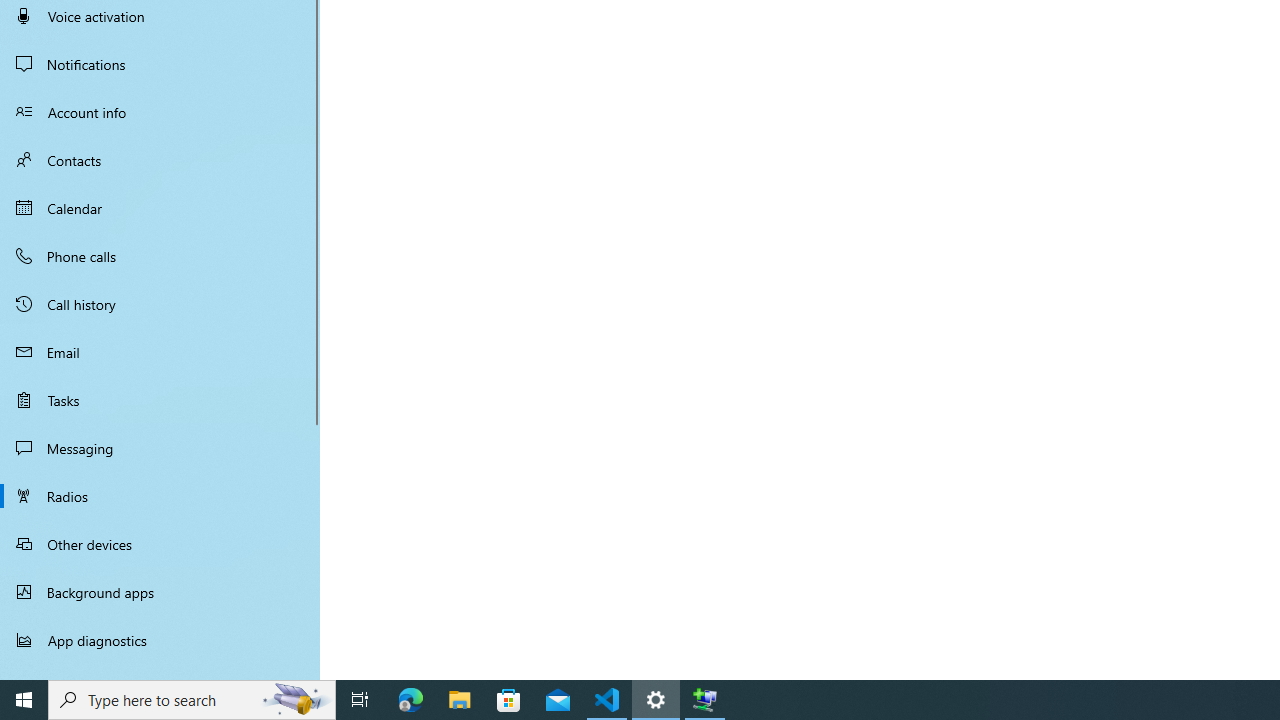 The image size is (1280, 720). Describe the element at coordinates (160, 304) in the screenshot. I see `'Call history'` at that location.